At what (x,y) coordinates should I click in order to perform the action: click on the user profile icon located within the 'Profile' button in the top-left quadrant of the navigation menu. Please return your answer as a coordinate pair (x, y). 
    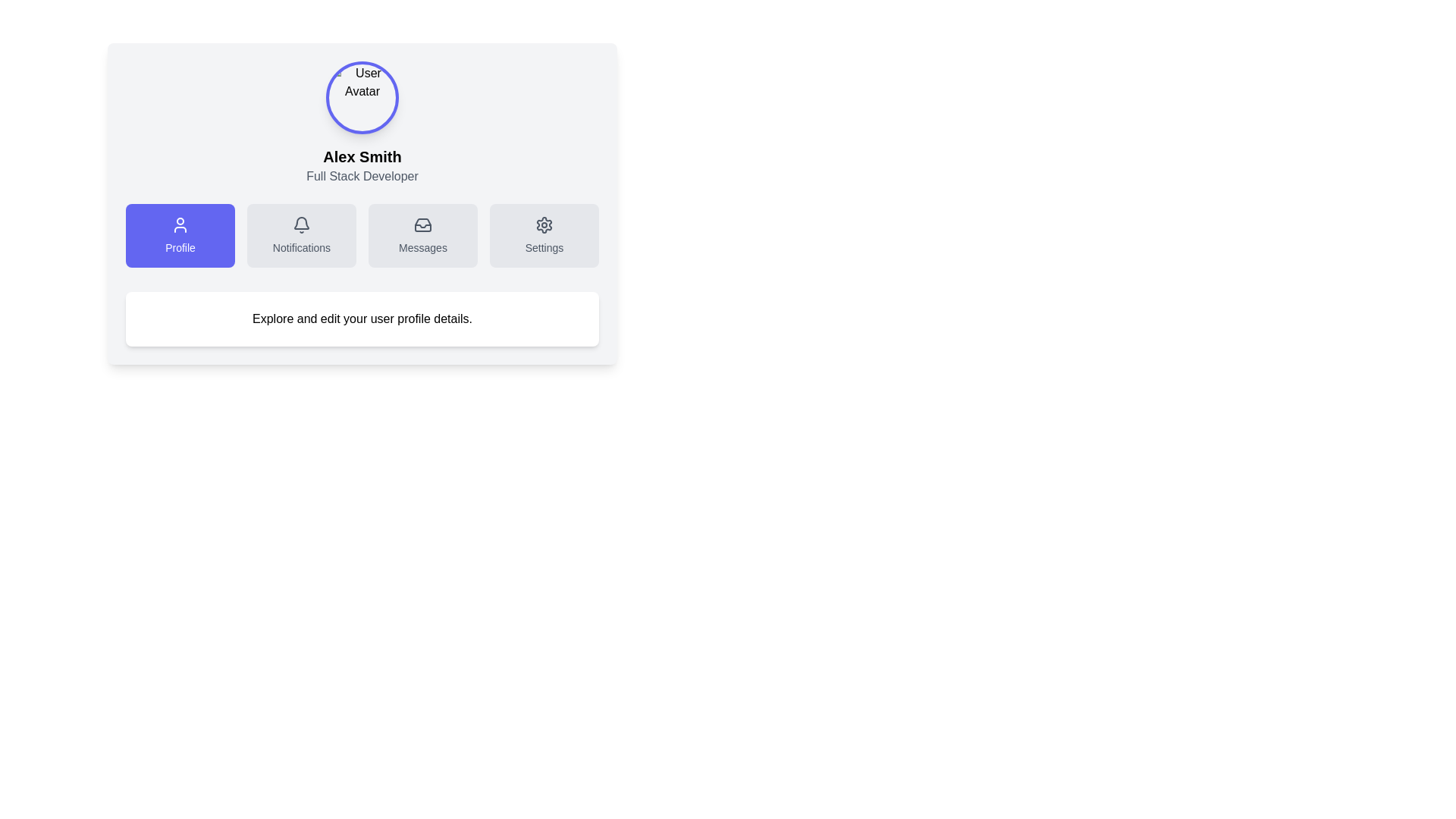
    Looking at the image, I should click on (180, 225).